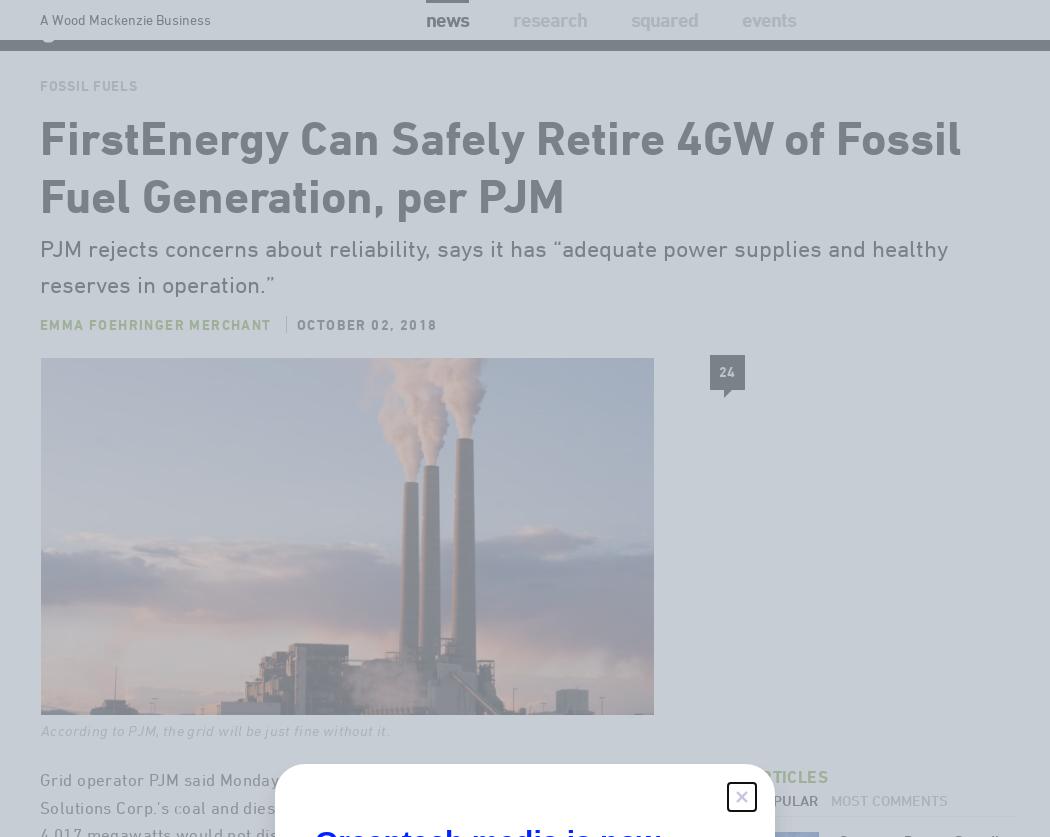 Image resolution: width=1050 pixels, height=837 pixels. What do you see at coordinates (727, 85) in the screenshot?
I see `'White Papers'` at bounding box center [727, 85].